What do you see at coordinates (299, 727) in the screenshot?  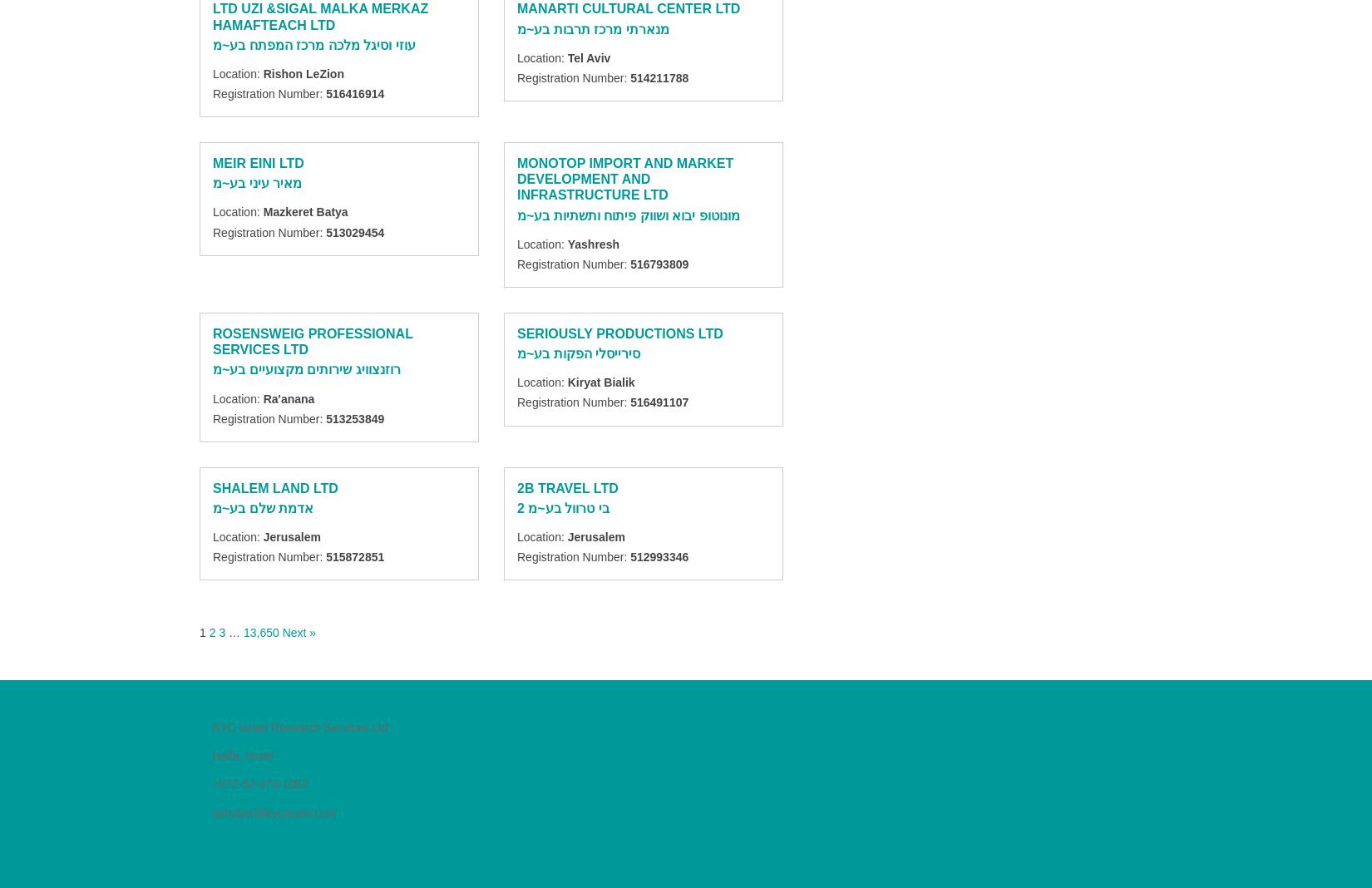 I see `'KYC Israel Research Services Ltd'` at bounding box center [299, 727].